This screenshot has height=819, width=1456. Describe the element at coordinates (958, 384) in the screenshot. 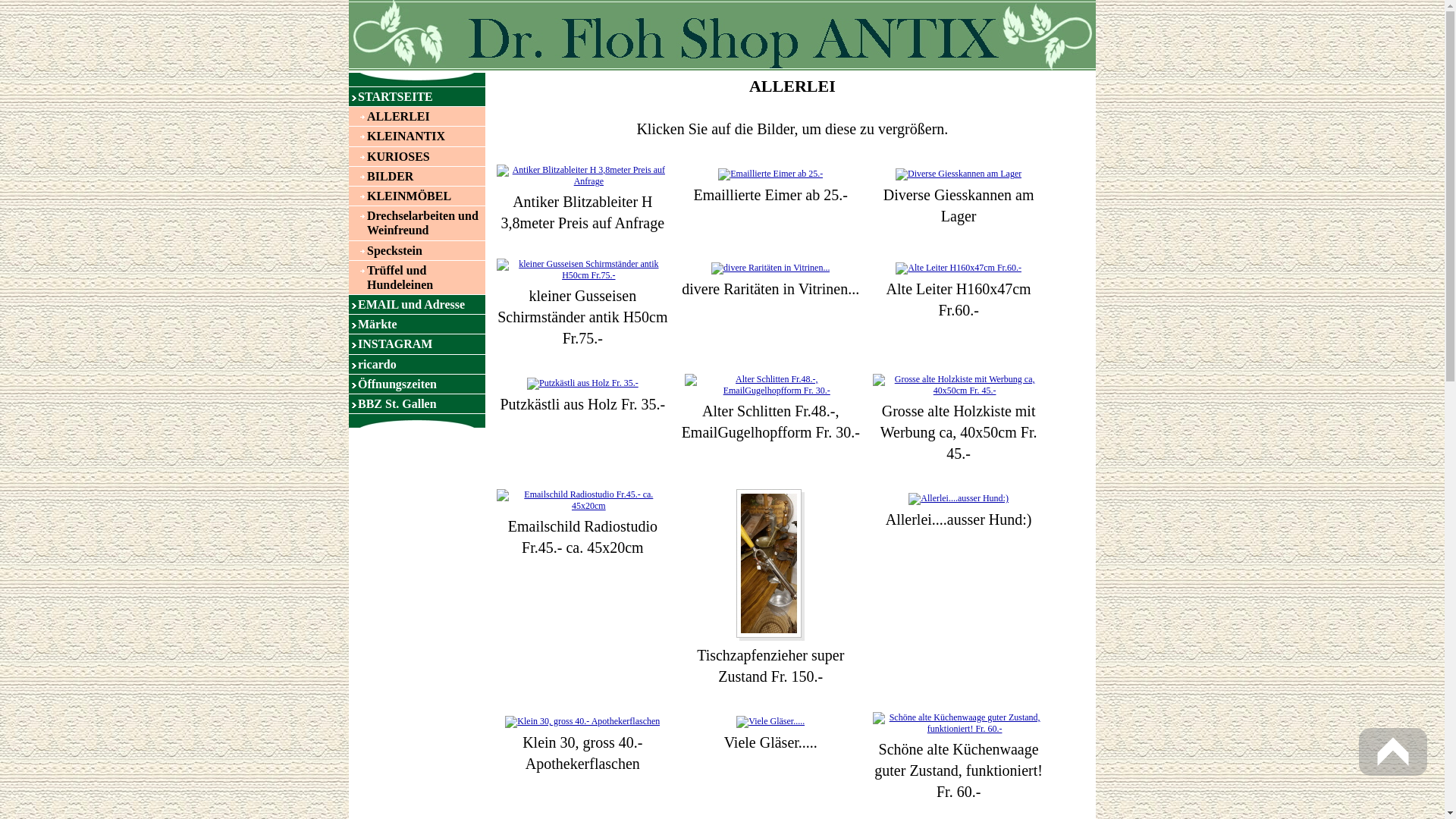

I see `'Grosse alte Holzkiste mit Werbung ca, 40x50cm Fr. 45.-'` at that location.